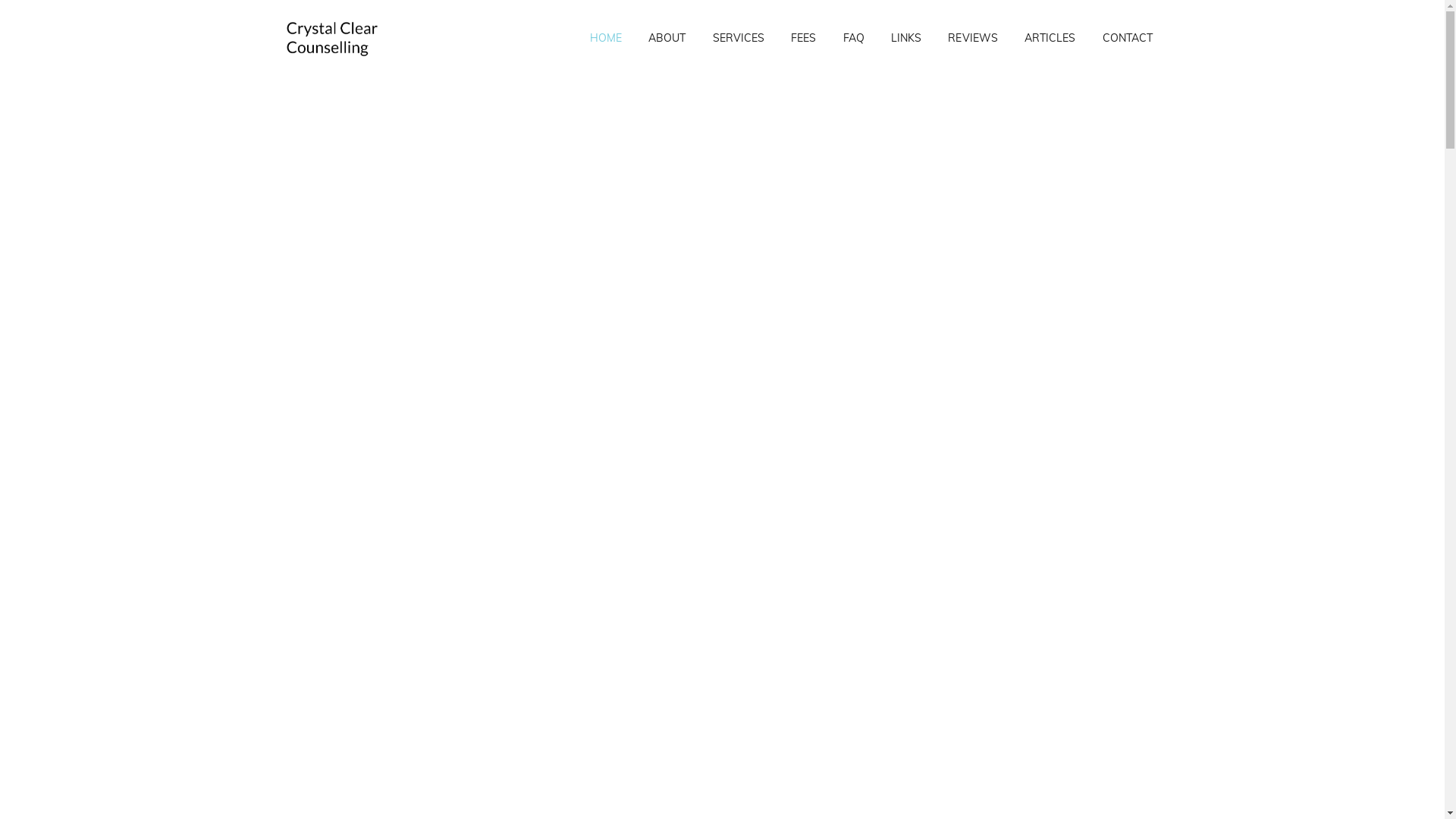 This screenshot has height=819, width=1456. What do you see at coordinates (905, 37) in the screenshot?
I see `'LINKS'` at bounding box center [905, 37].